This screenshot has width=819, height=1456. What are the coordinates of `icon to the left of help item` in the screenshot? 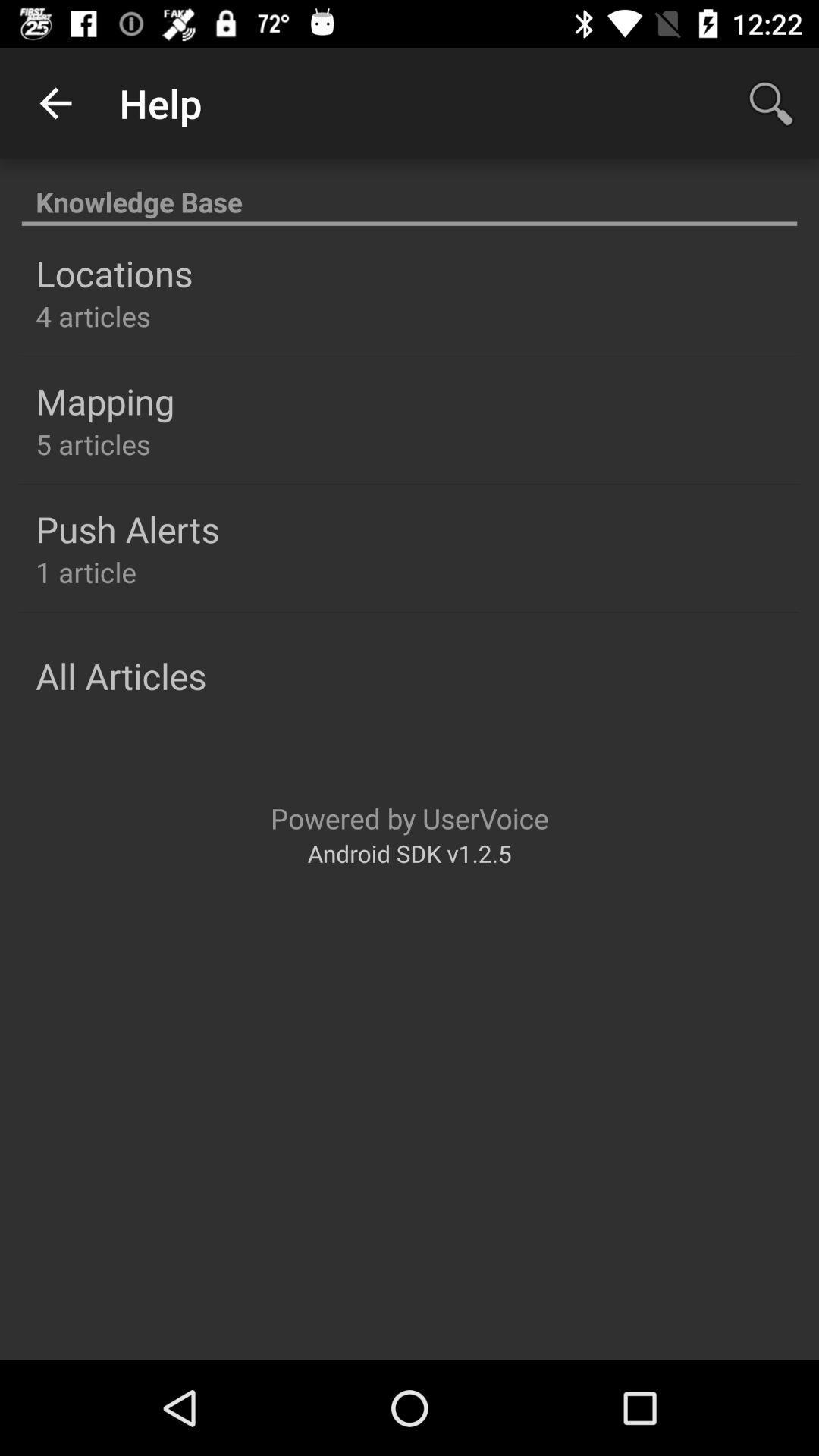 It's located at (55, 102).